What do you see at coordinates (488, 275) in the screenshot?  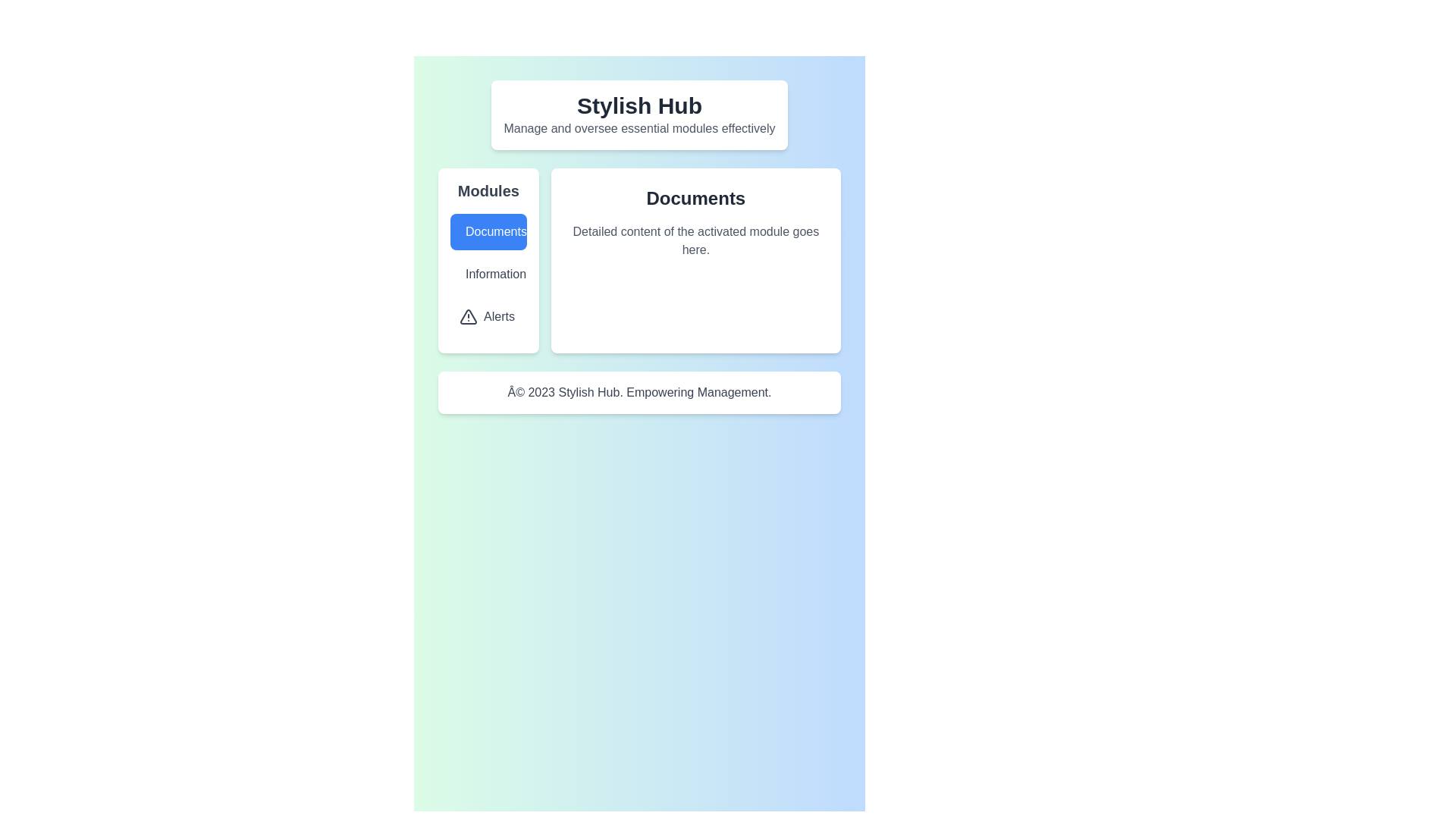 I see `the 'Information' text label within the 'Modules' navigation menu` at bounding box center [488, 275].